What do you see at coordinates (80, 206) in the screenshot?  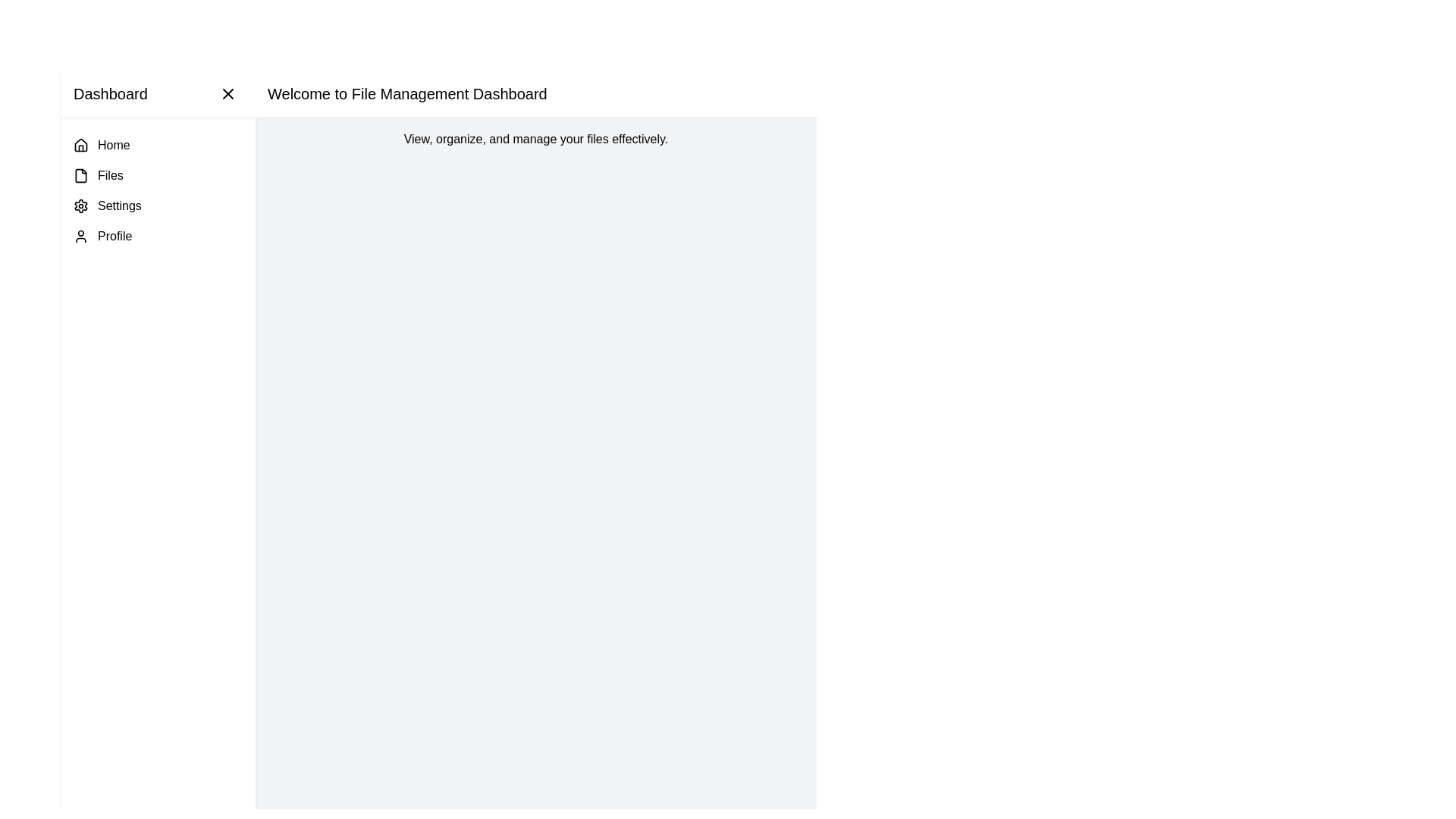 I see `the settings icon, which visually represents access to configuration options and is located adjacent to the 'Settings' text label in the sidebar menu` at bounding box center [80, 206].